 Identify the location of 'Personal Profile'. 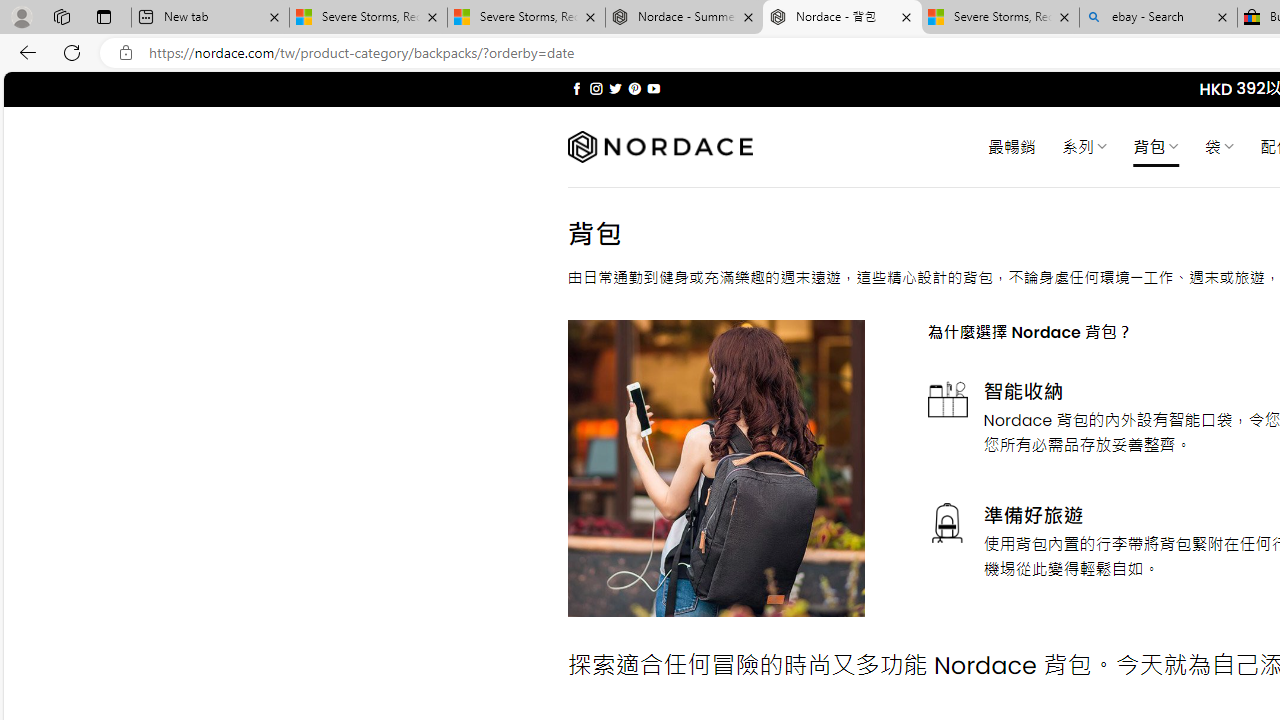
(21, 16).